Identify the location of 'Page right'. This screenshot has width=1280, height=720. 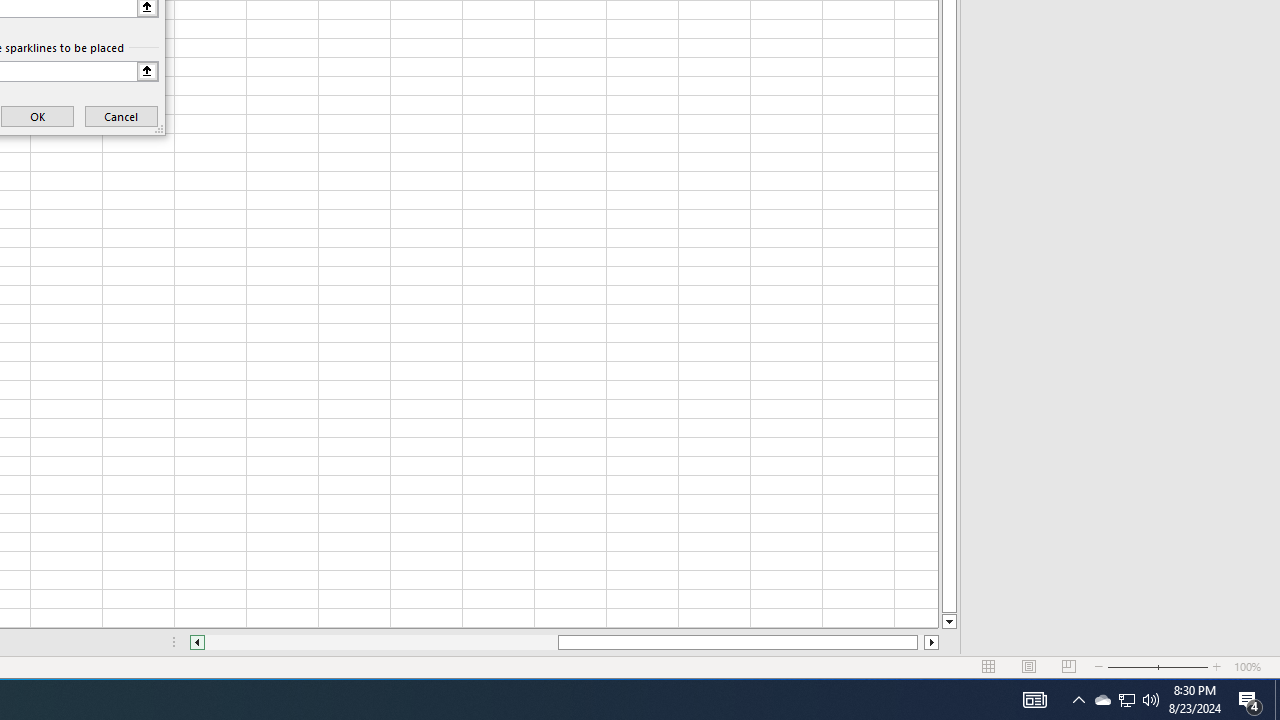
(919, 642).